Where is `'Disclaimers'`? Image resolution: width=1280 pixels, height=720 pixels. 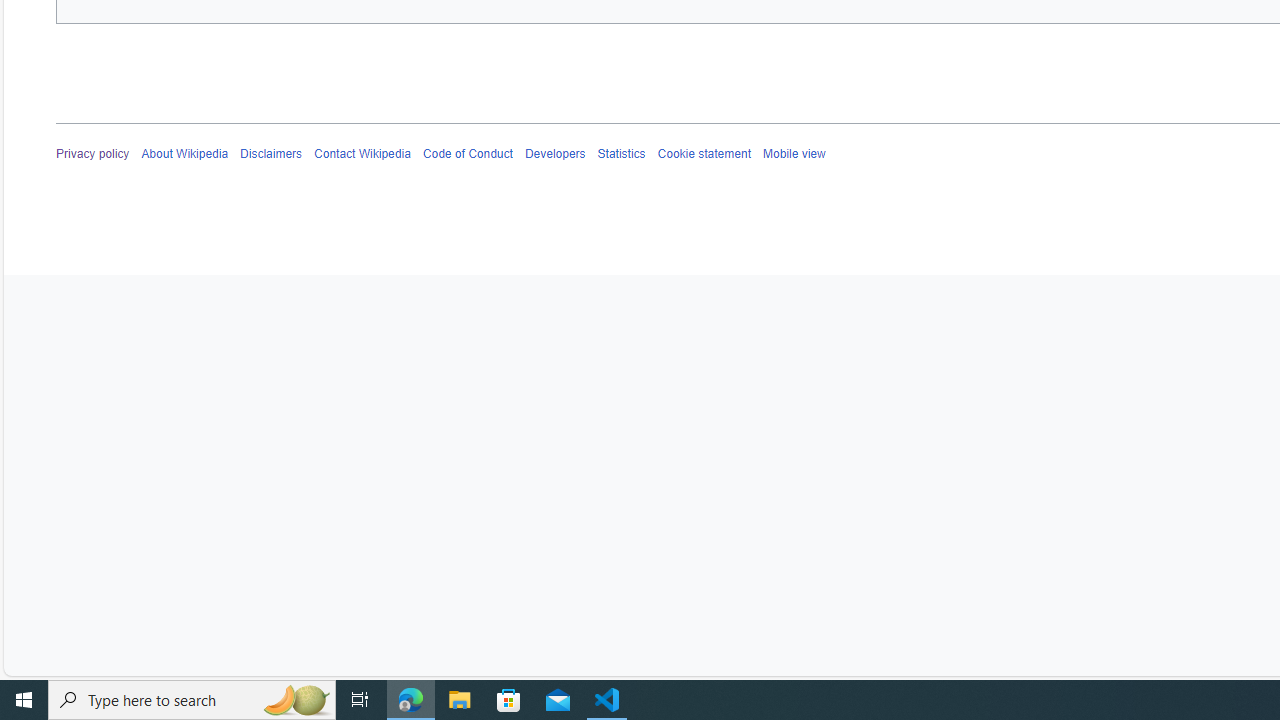 'Disclaimers' is located at coordinates (271, 153).